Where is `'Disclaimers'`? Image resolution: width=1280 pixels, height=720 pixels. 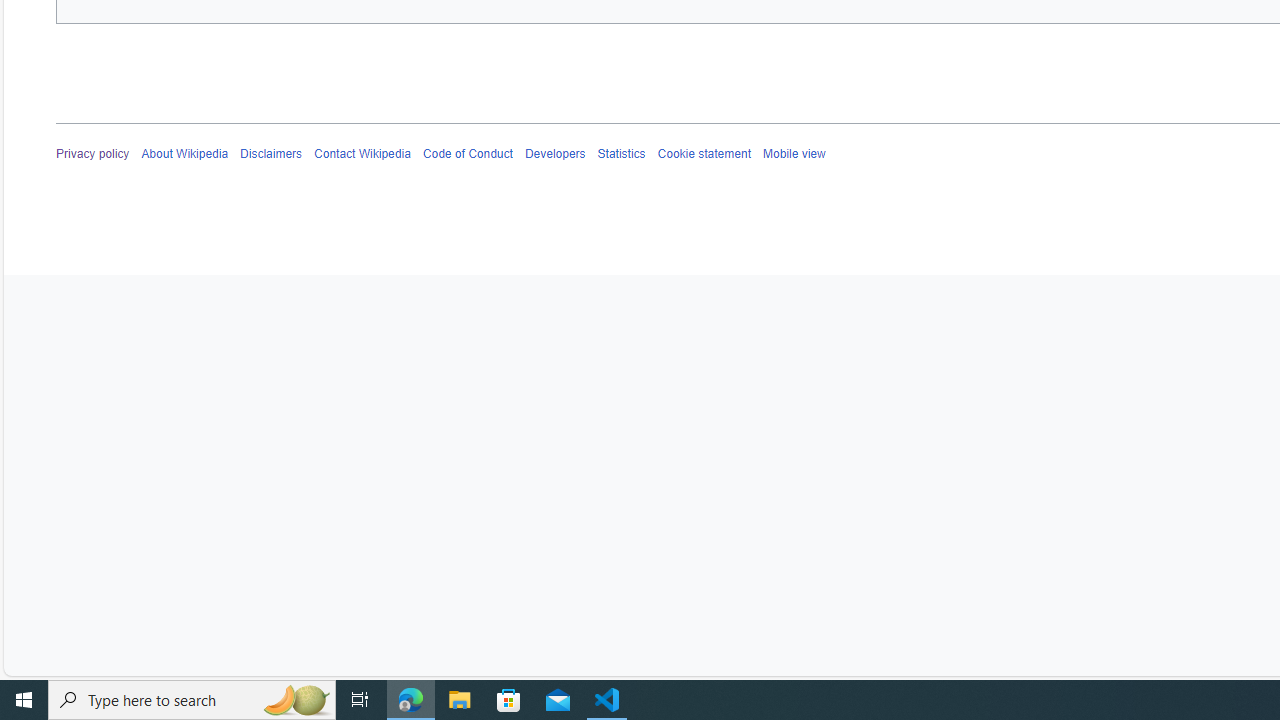 'Disclaimers' is located at coordinates (271, 153).